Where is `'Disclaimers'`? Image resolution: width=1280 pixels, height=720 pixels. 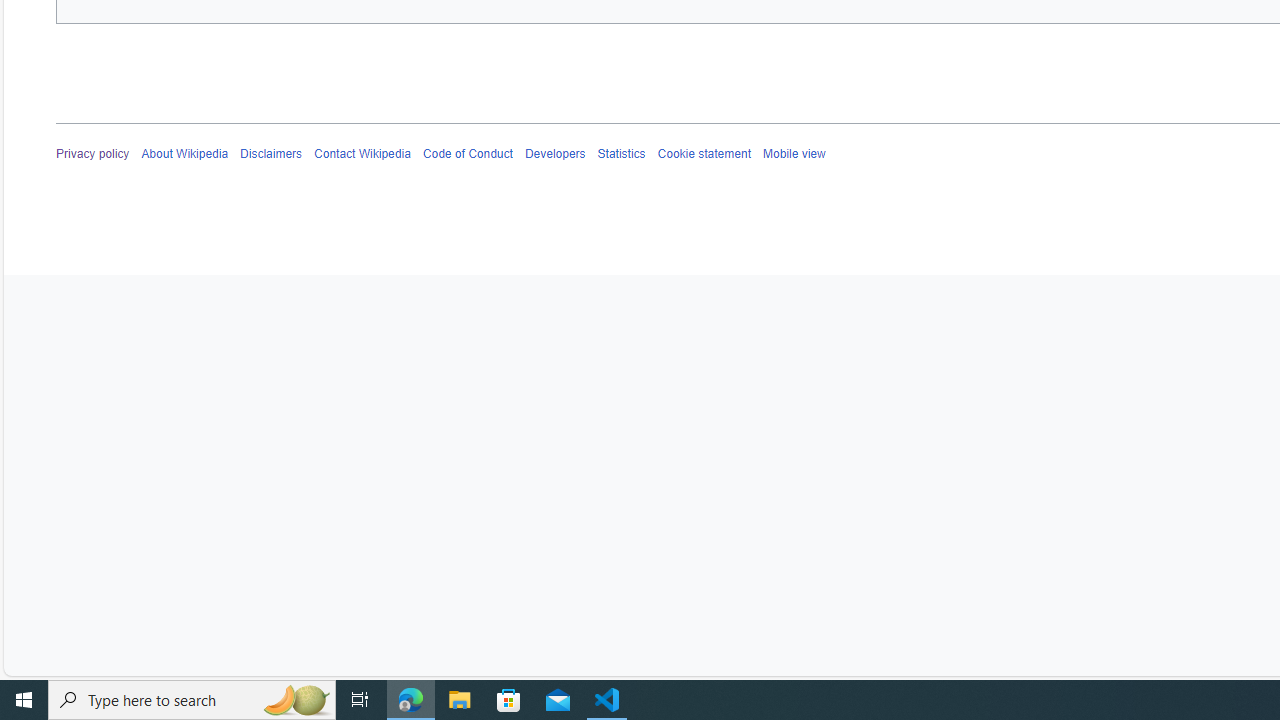 'Disclaimers' is located at coordinates (271, 153).